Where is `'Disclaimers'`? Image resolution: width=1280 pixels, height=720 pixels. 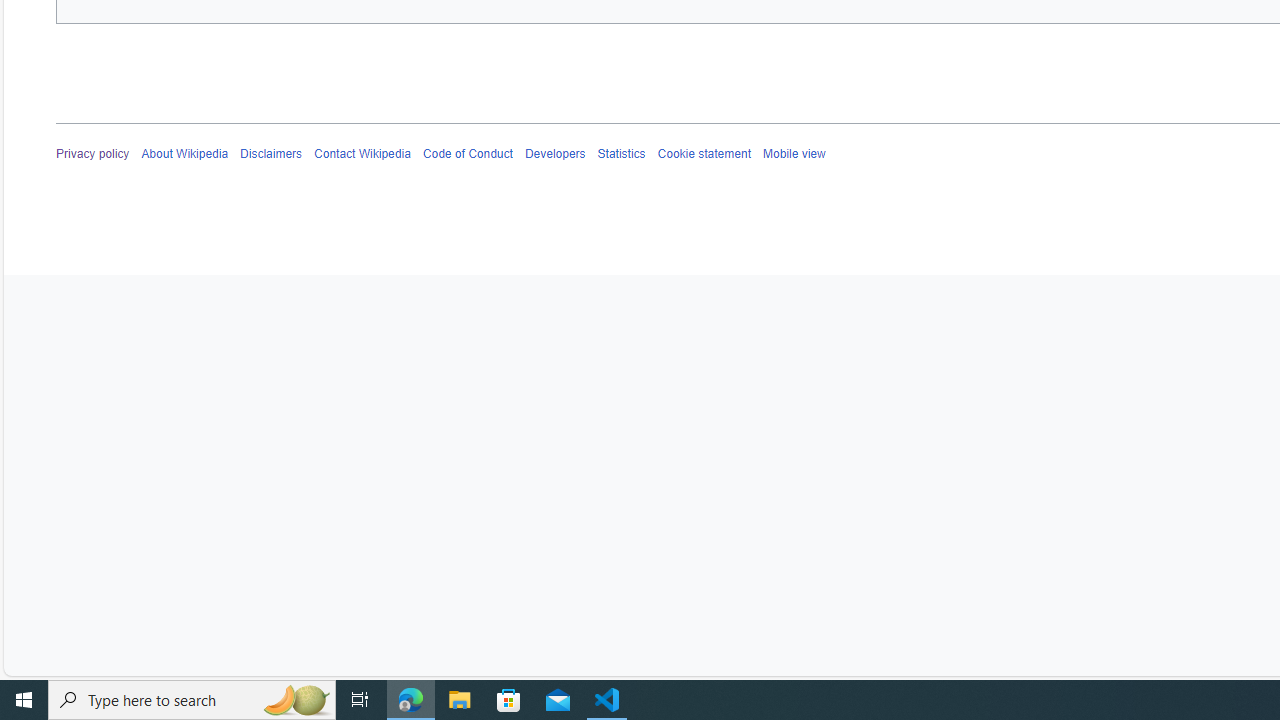 'Disclaimers' is located at coordinates (271, 153).